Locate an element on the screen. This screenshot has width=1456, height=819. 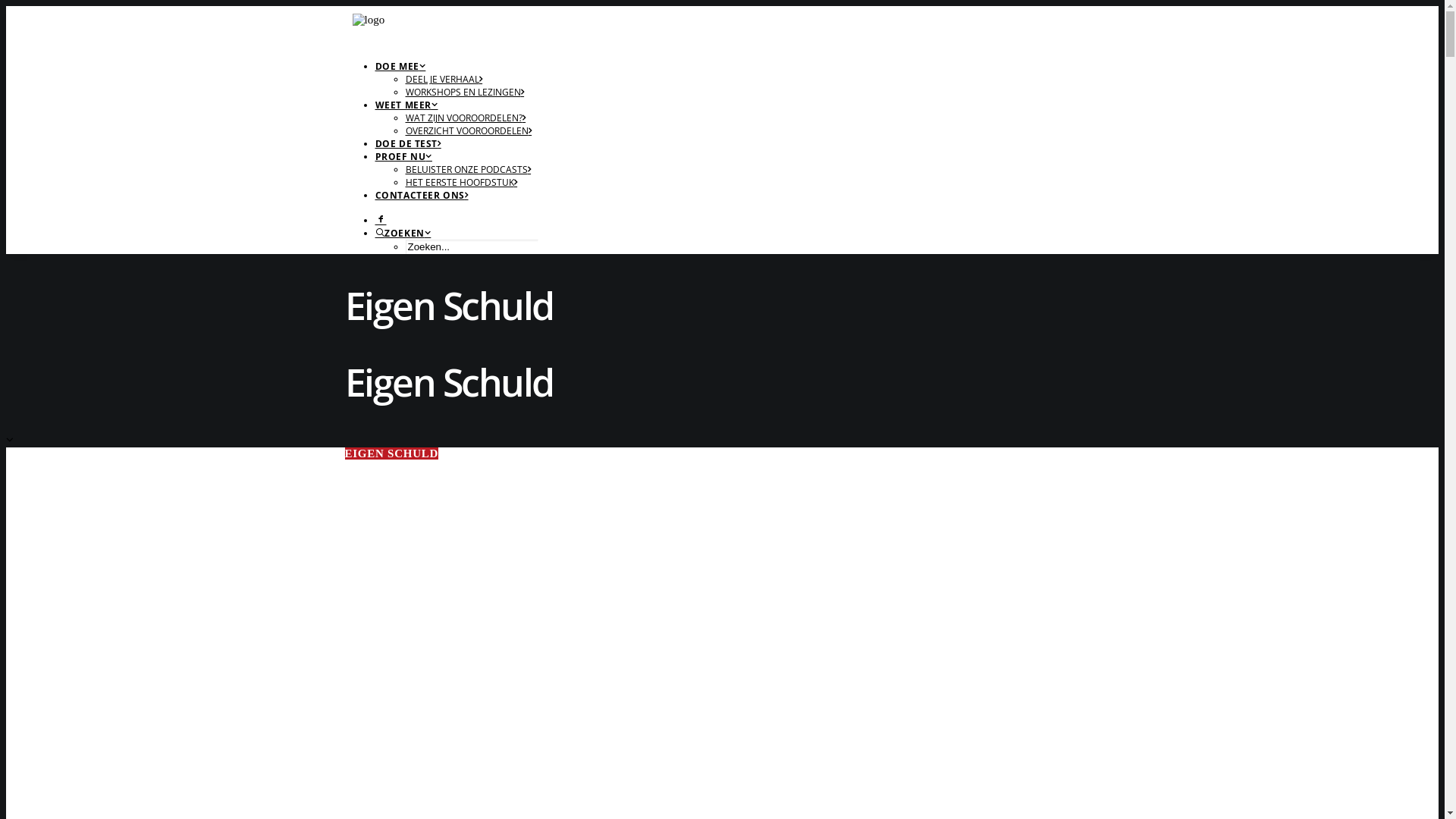
'OVERZICHT VOOROORDELEN' is located at coordinates (467, 130).